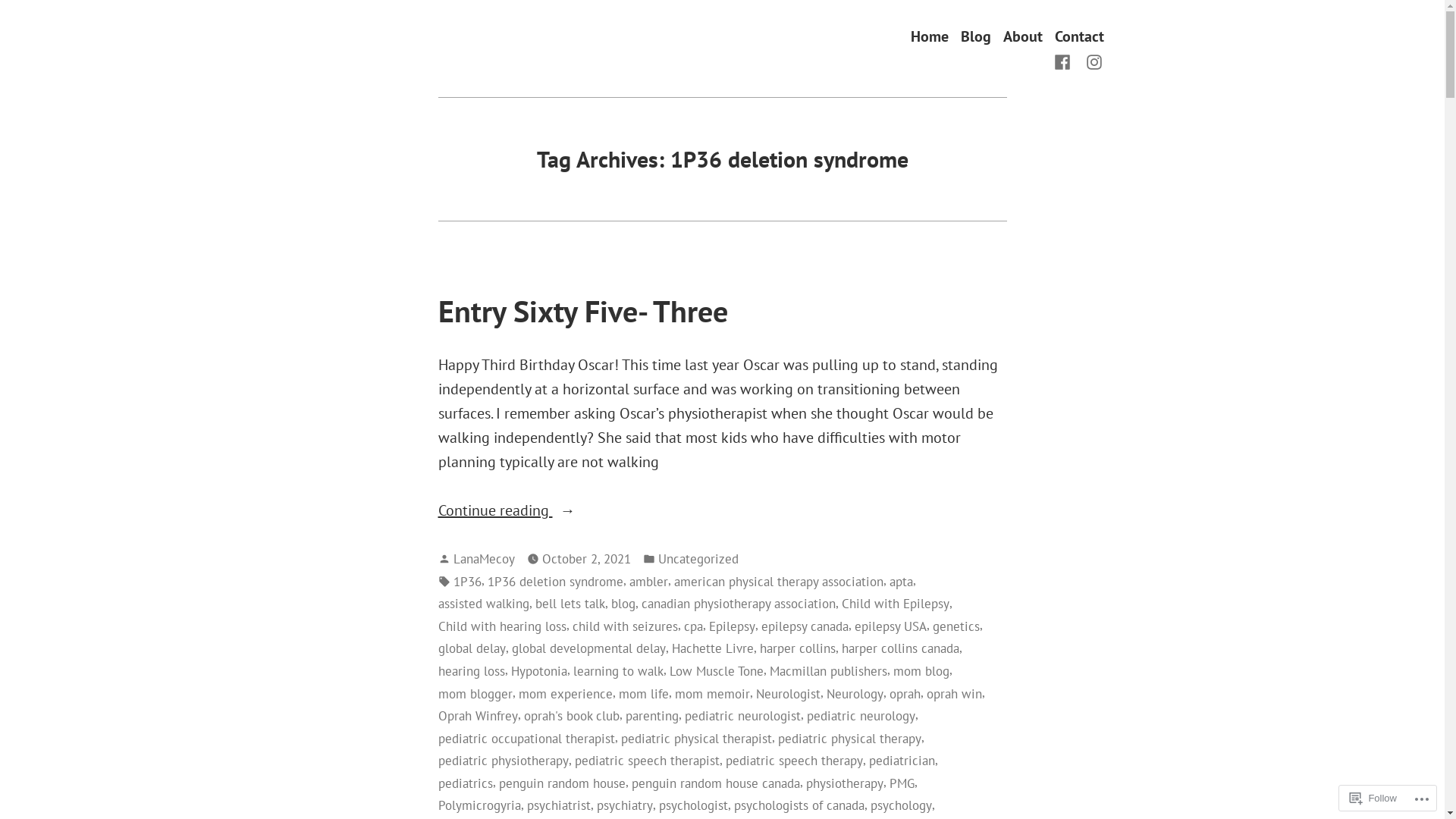 Image resolution: width=1456 pixels, height=819 pixels. I want to click on 'psychiatrist', so click(526, 804).